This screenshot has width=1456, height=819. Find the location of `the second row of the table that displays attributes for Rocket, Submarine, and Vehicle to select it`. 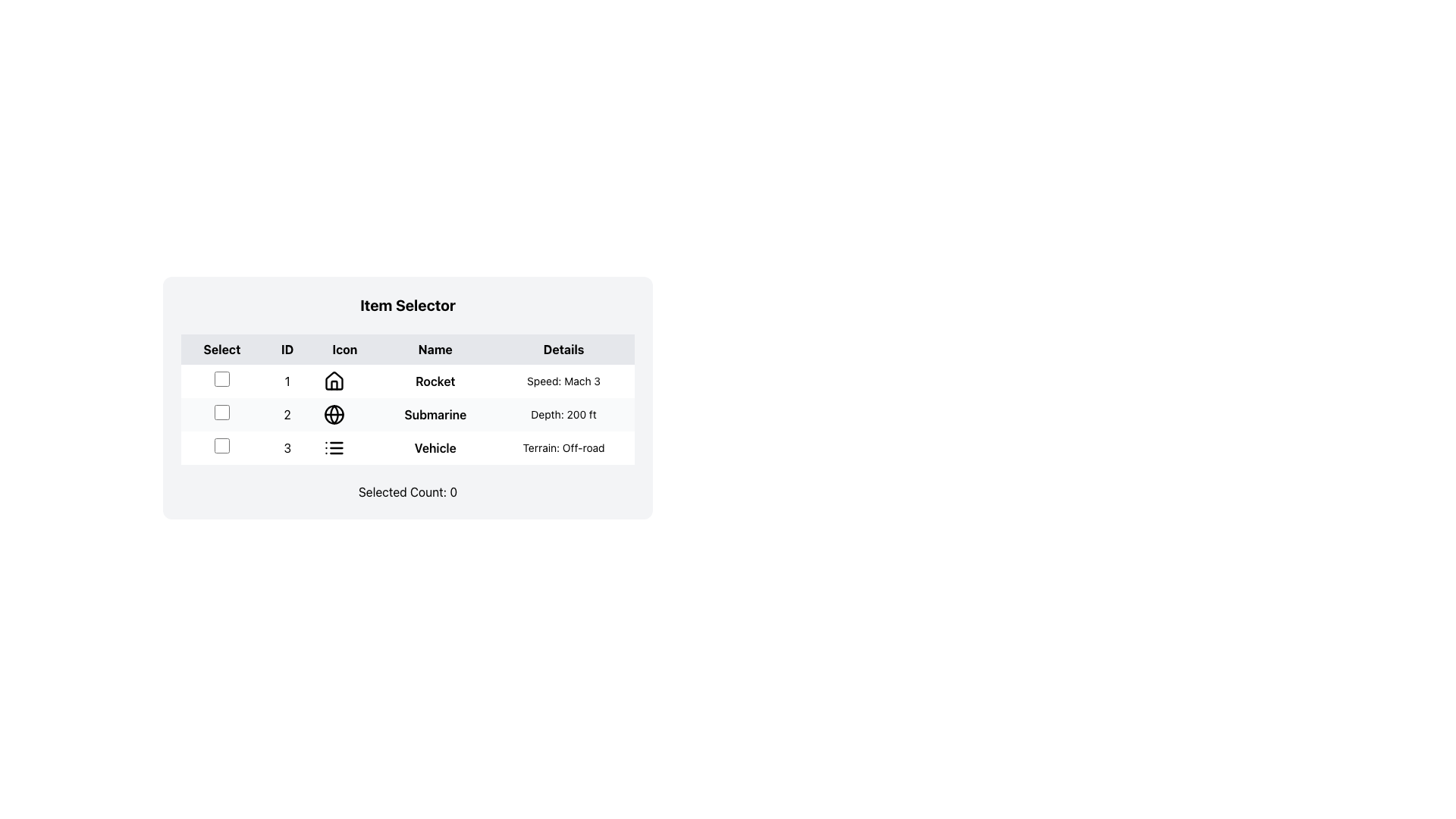

the second row of the table that displays attributes for Rocket, Submarine, and Vehicle to select it is located at coordinates (407, 415).